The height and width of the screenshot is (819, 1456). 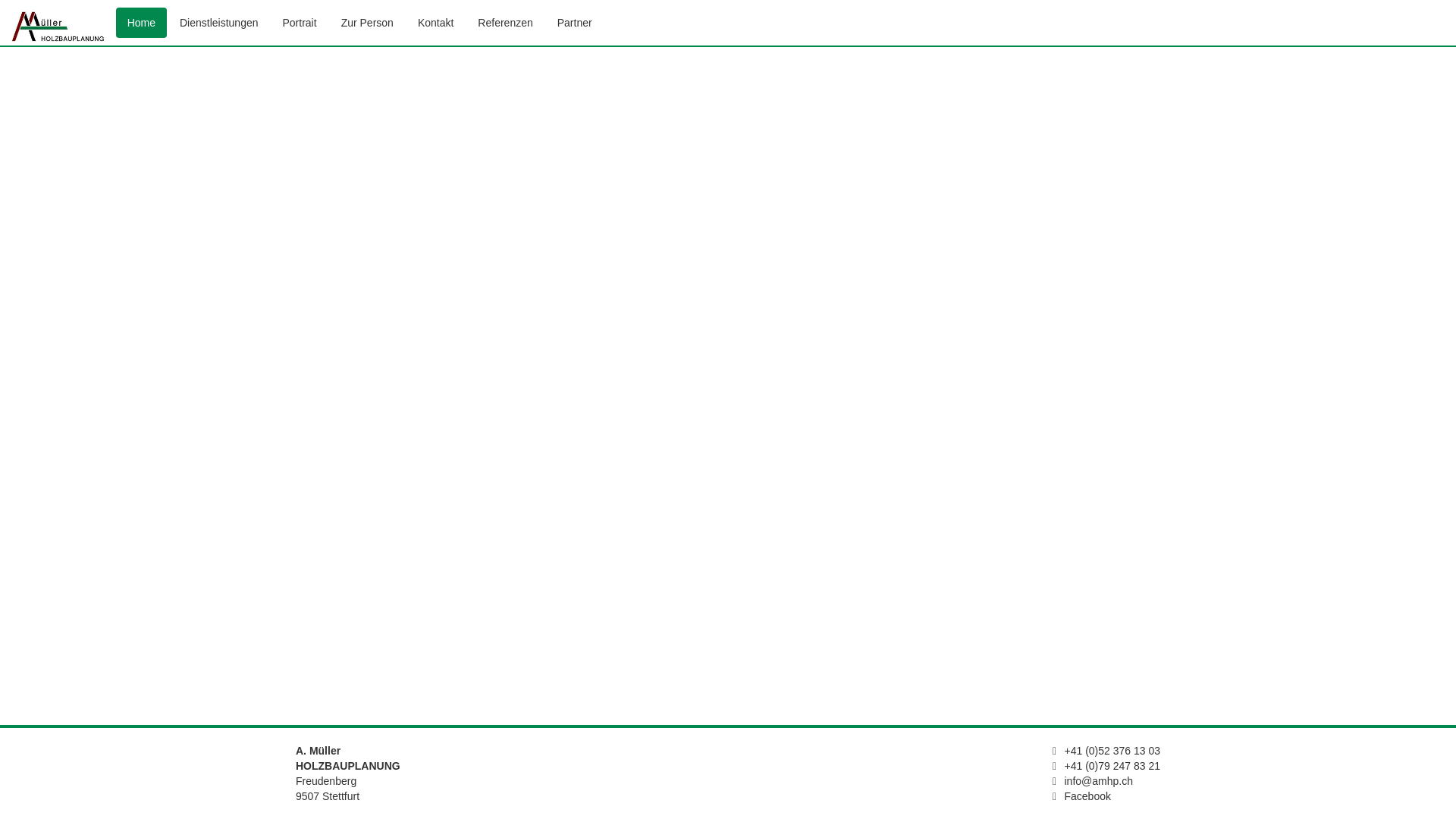 I want to click on 'Partner', so click(x=574, y=23).